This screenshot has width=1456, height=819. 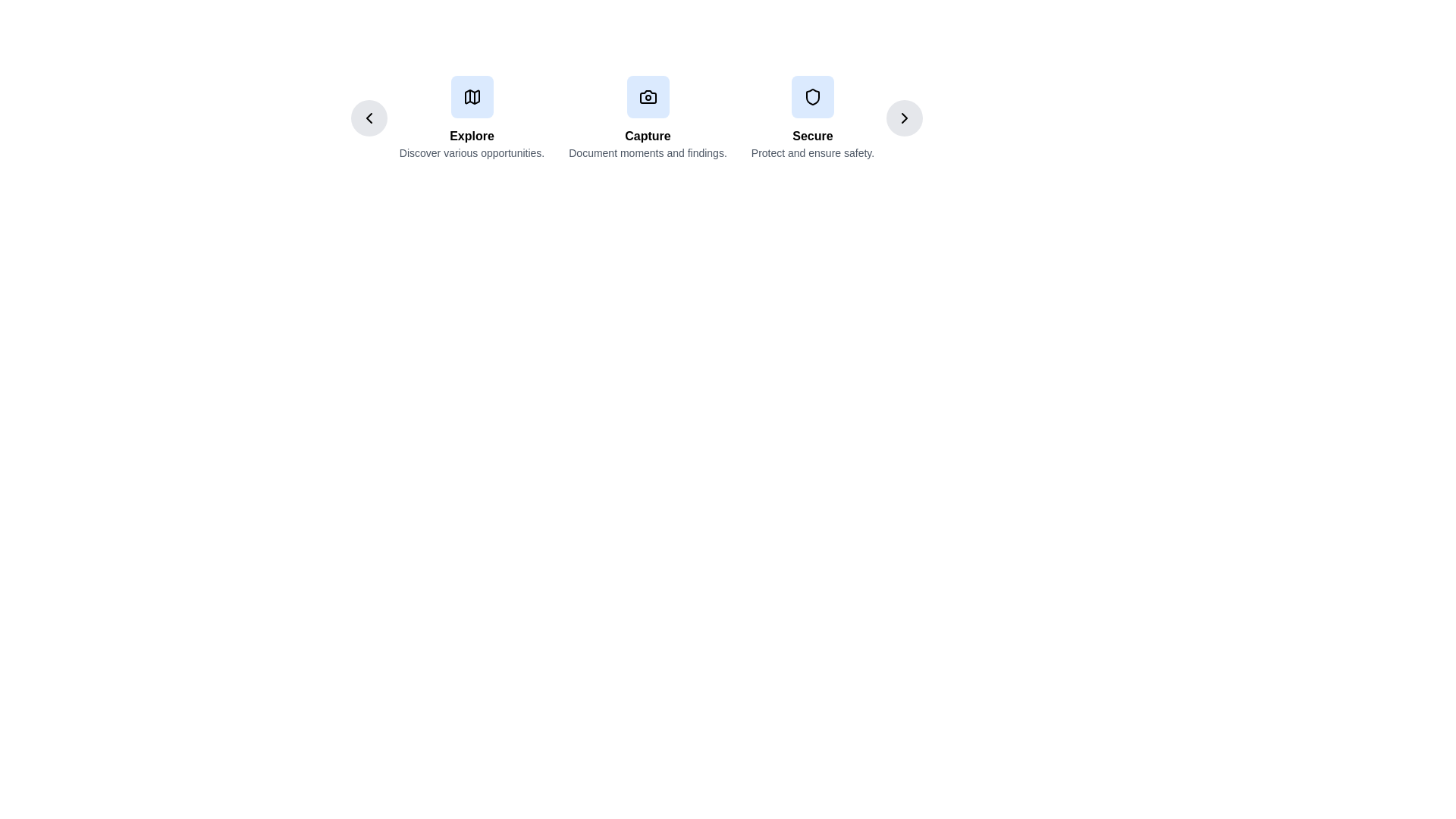 What do you see at coordinates (369, 117) in the screenshot?
I see `the left arrow icon, which is a thin chevron pointing to the left, black in color, located on the far left side of the interface adjacent to a circular button` at bounding box center [369, 117].